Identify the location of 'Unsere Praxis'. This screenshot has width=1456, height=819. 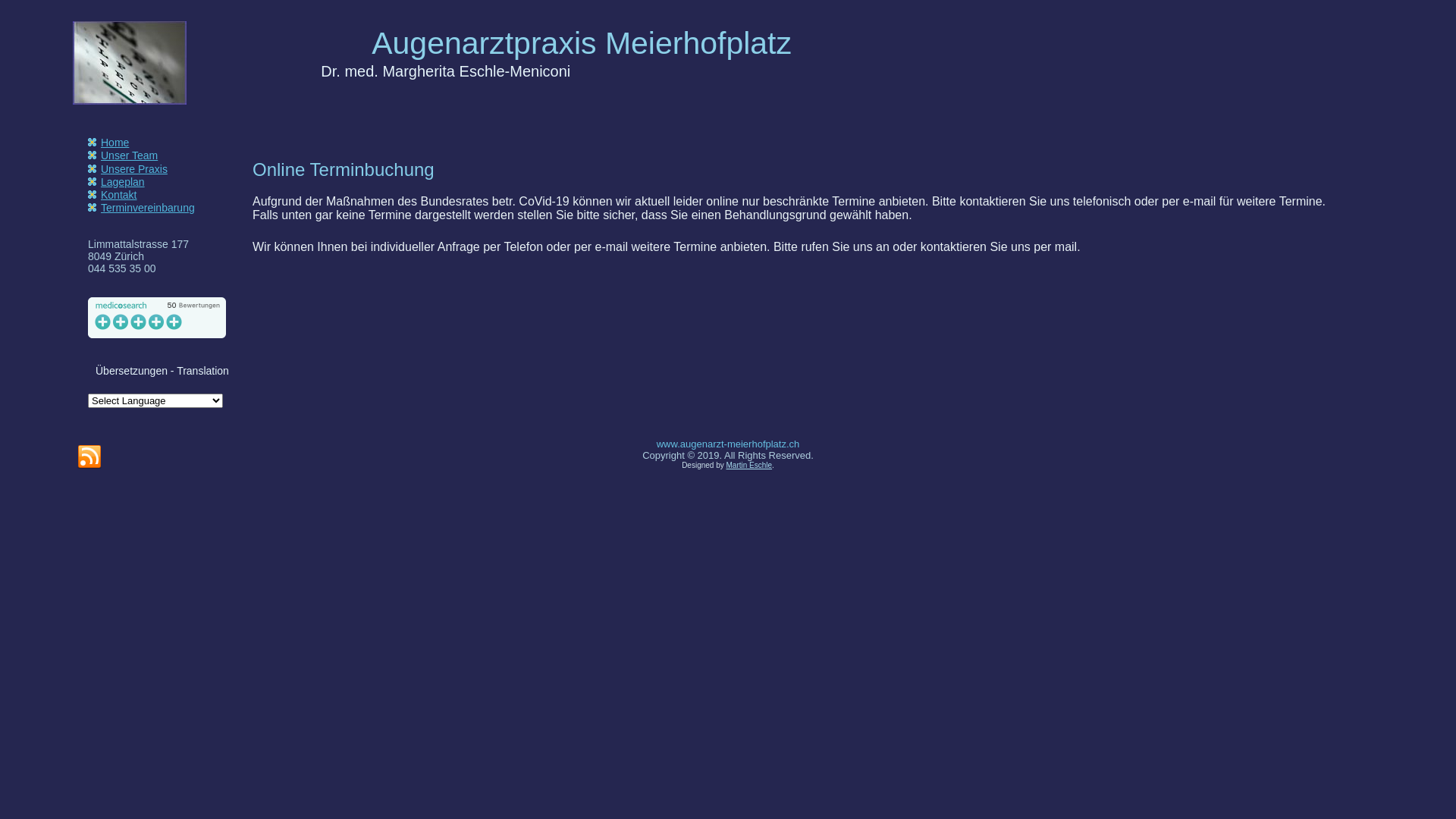
(100, 168).